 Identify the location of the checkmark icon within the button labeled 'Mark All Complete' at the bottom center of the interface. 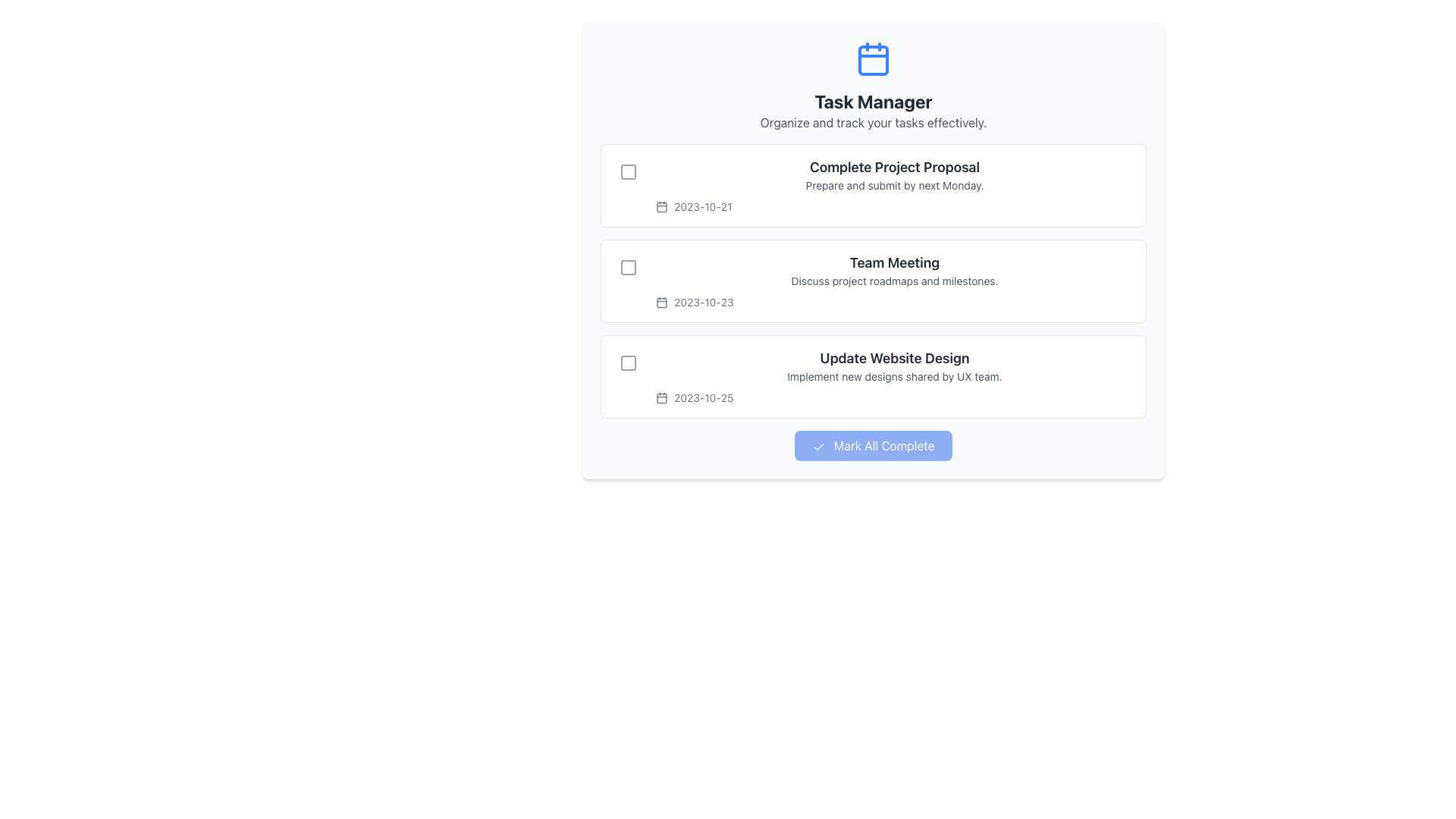
(817, 446).